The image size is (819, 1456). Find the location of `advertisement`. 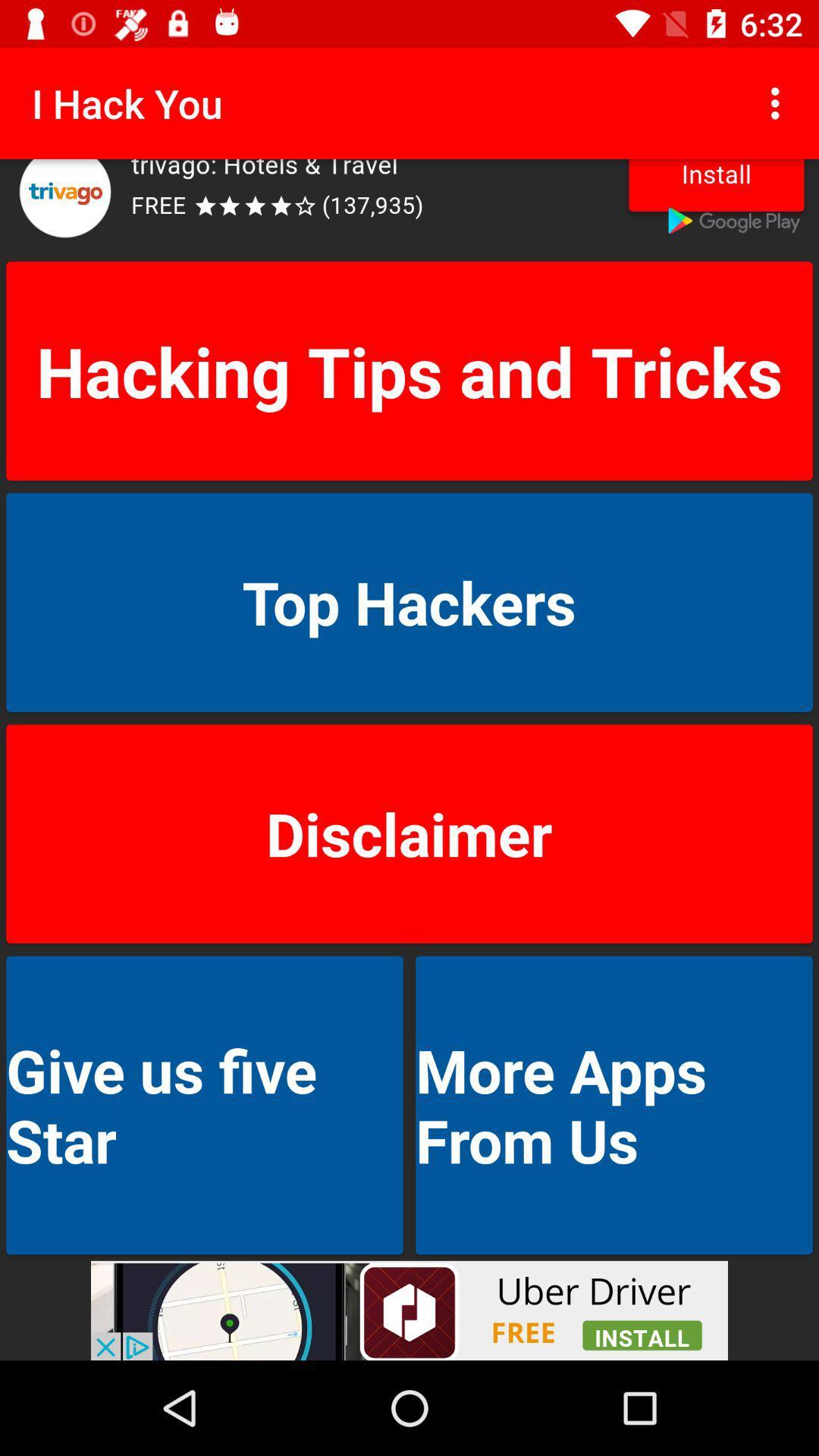

advertisement is located at coordinates (409, 1310).